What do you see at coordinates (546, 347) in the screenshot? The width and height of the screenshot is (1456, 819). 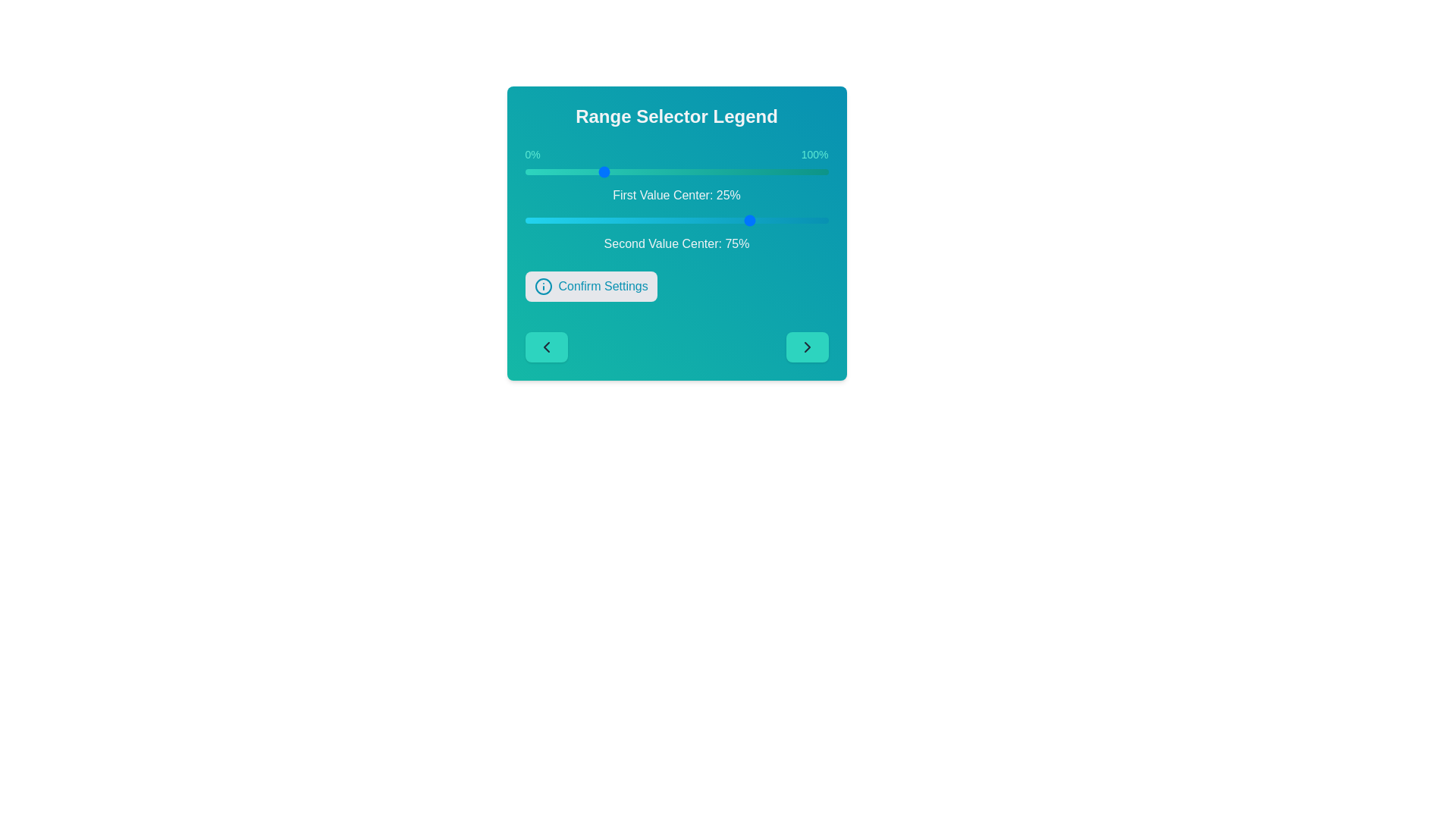 I see `the navigation button located in the bottom-left corner of the control panel` at bounding box center [546, 347].